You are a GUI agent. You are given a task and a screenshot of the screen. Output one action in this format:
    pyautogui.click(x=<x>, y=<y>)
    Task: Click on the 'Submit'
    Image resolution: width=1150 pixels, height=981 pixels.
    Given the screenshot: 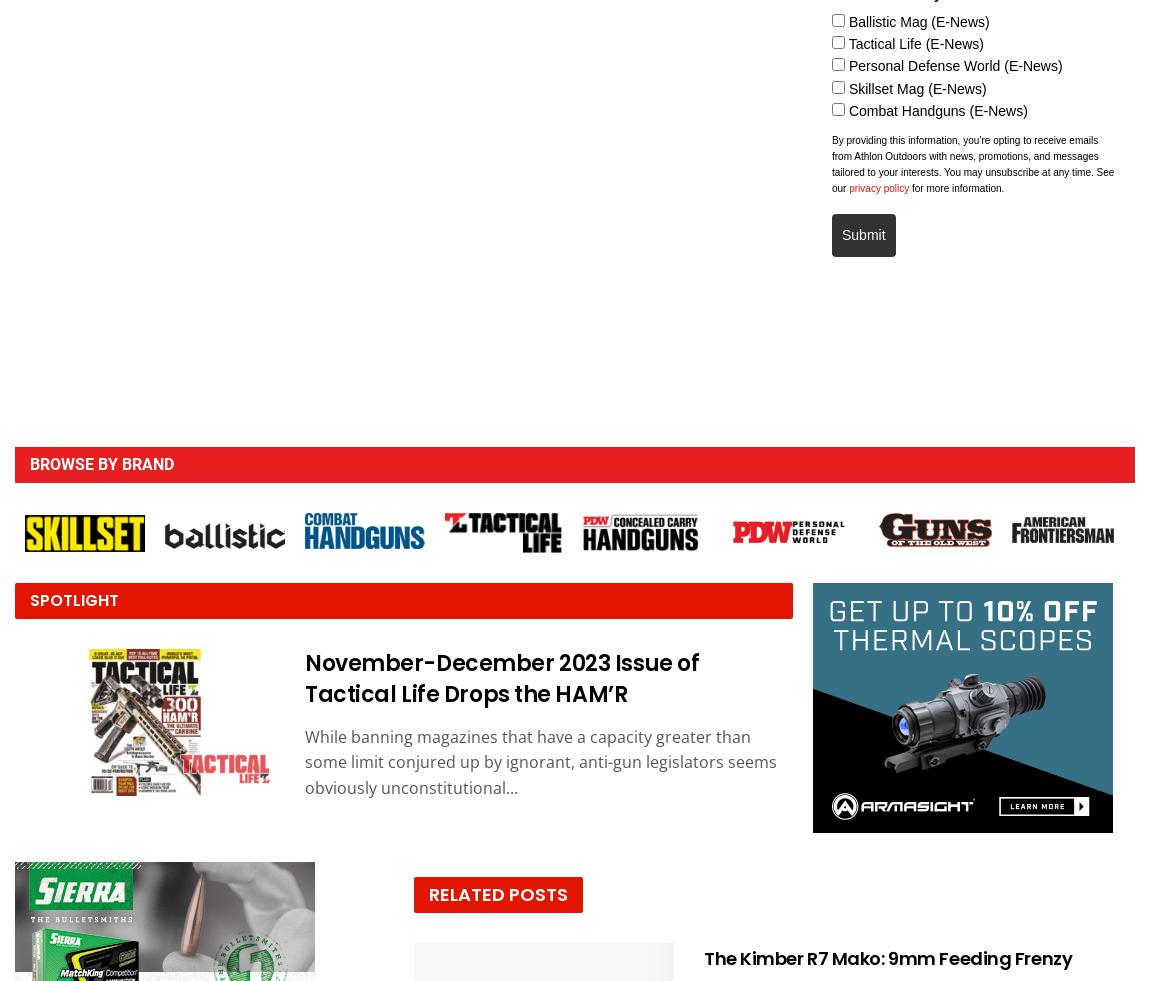 What is the action you would take?
    pyautogui.click(x=839, y=234)
    